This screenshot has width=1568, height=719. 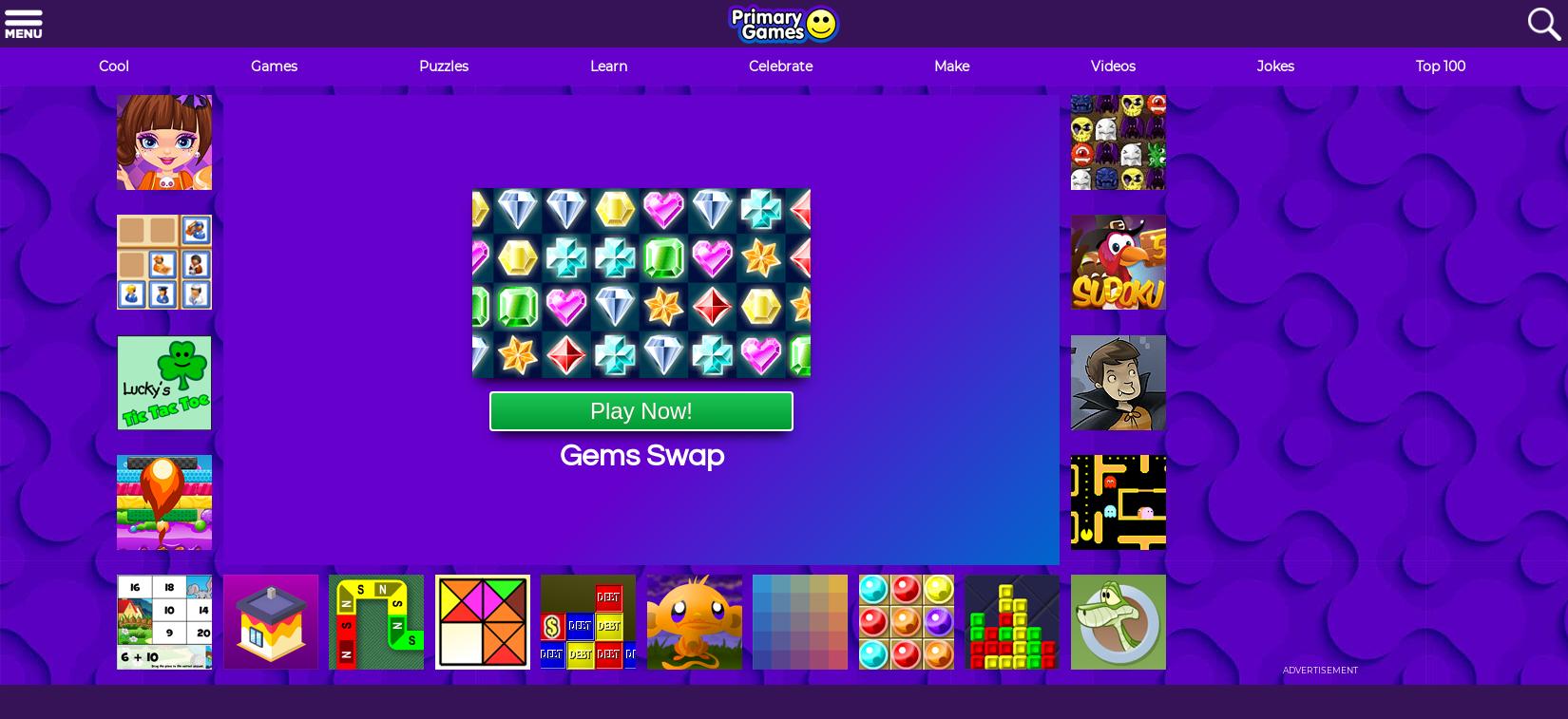 I want to click on 'Gems Swap', so click(x=640, y=456).